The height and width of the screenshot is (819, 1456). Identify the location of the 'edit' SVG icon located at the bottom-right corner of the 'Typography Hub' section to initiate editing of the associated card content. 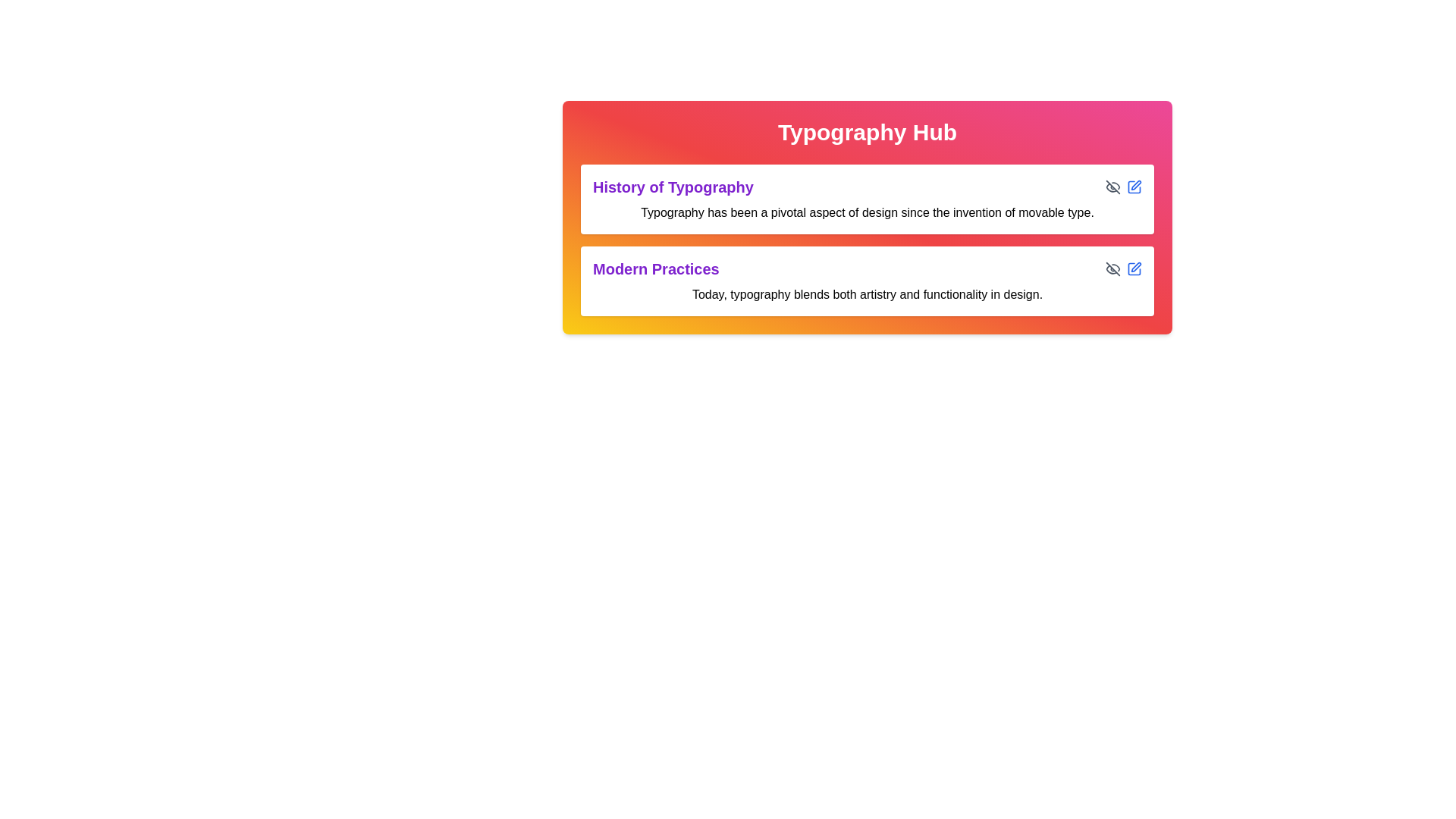
(1134, 268).